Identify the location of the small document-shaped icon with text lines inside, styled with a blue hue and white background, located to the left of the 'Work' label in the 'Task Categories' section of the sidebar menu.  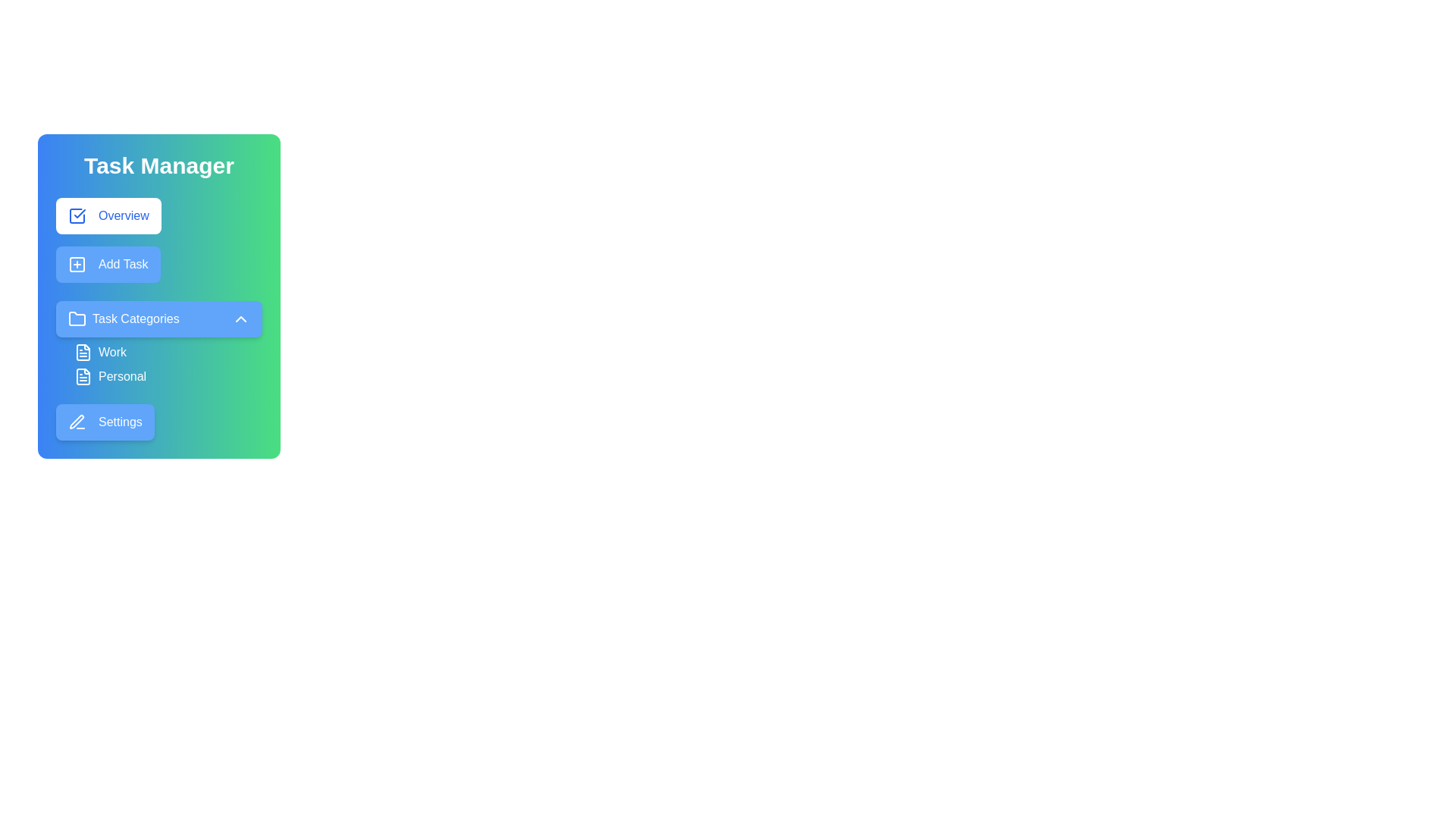
(83, 353).